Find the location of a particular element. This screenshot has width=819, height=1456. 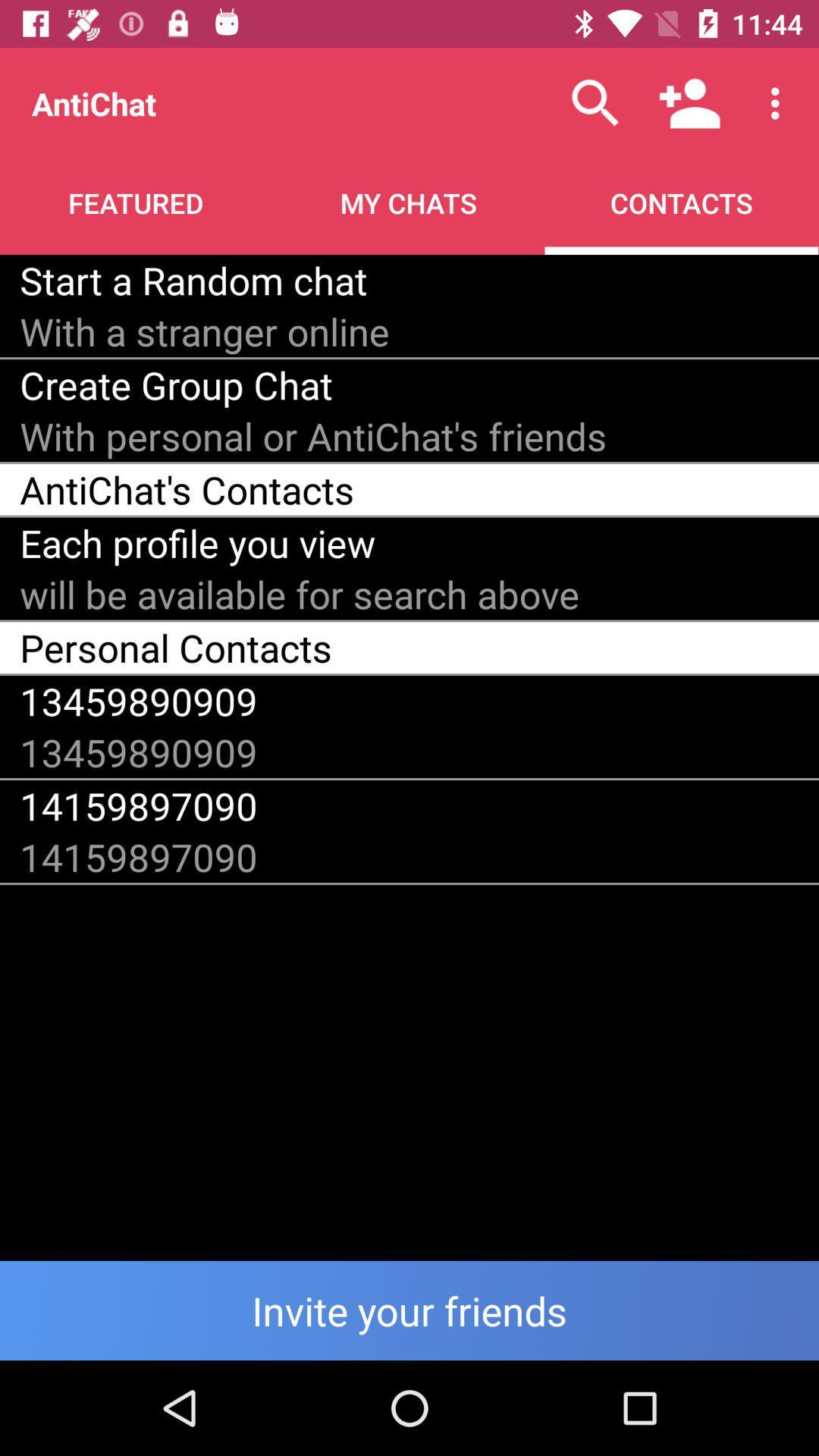

the icon above personal contacts is located at coordinates (300, 593).